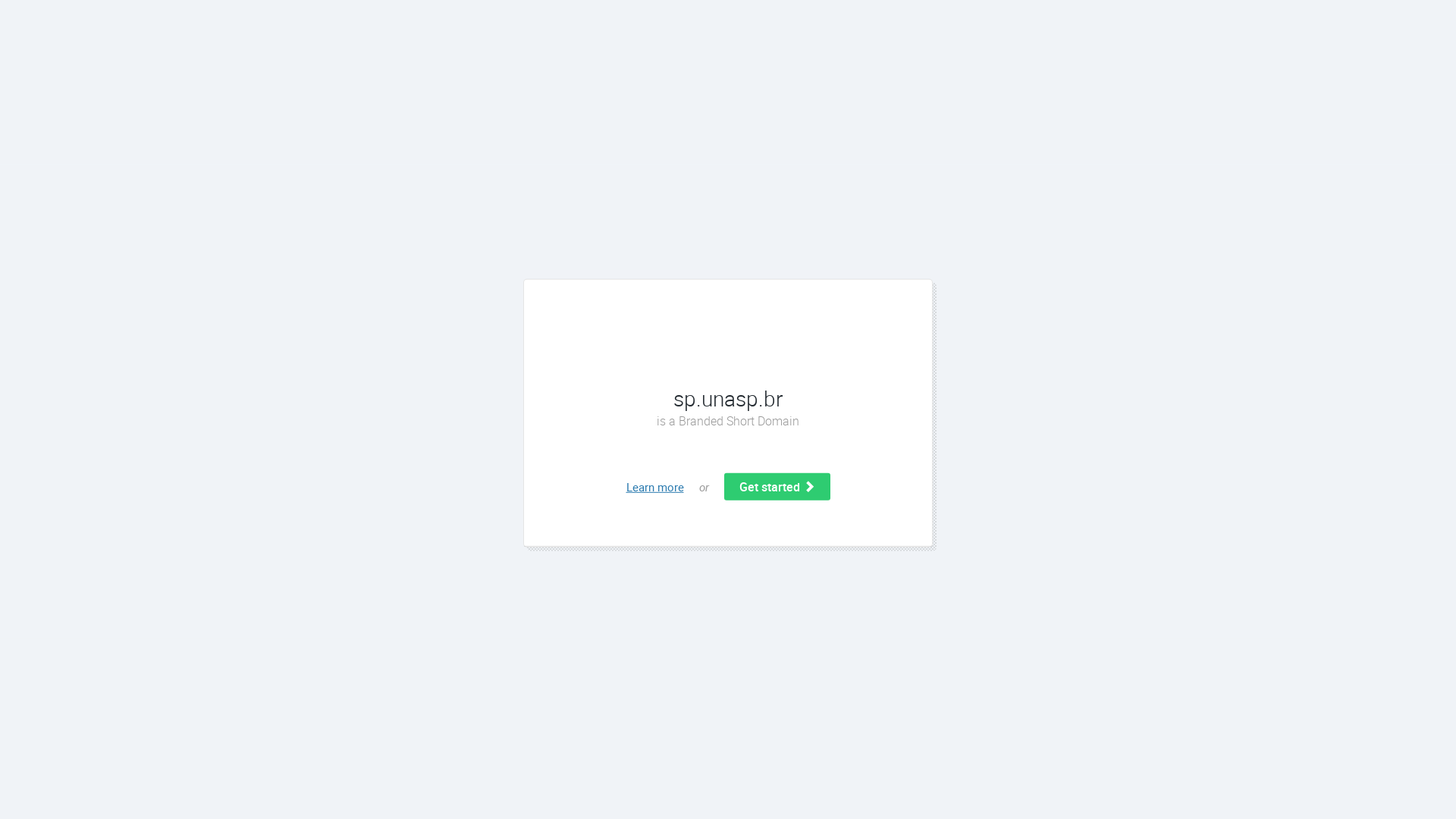 The width and height of the screenshot is (1456, 819). What do you see at coordinates (776, 486) in the screenshot?
I see `'Get started'` at bounding box center [776, 486].